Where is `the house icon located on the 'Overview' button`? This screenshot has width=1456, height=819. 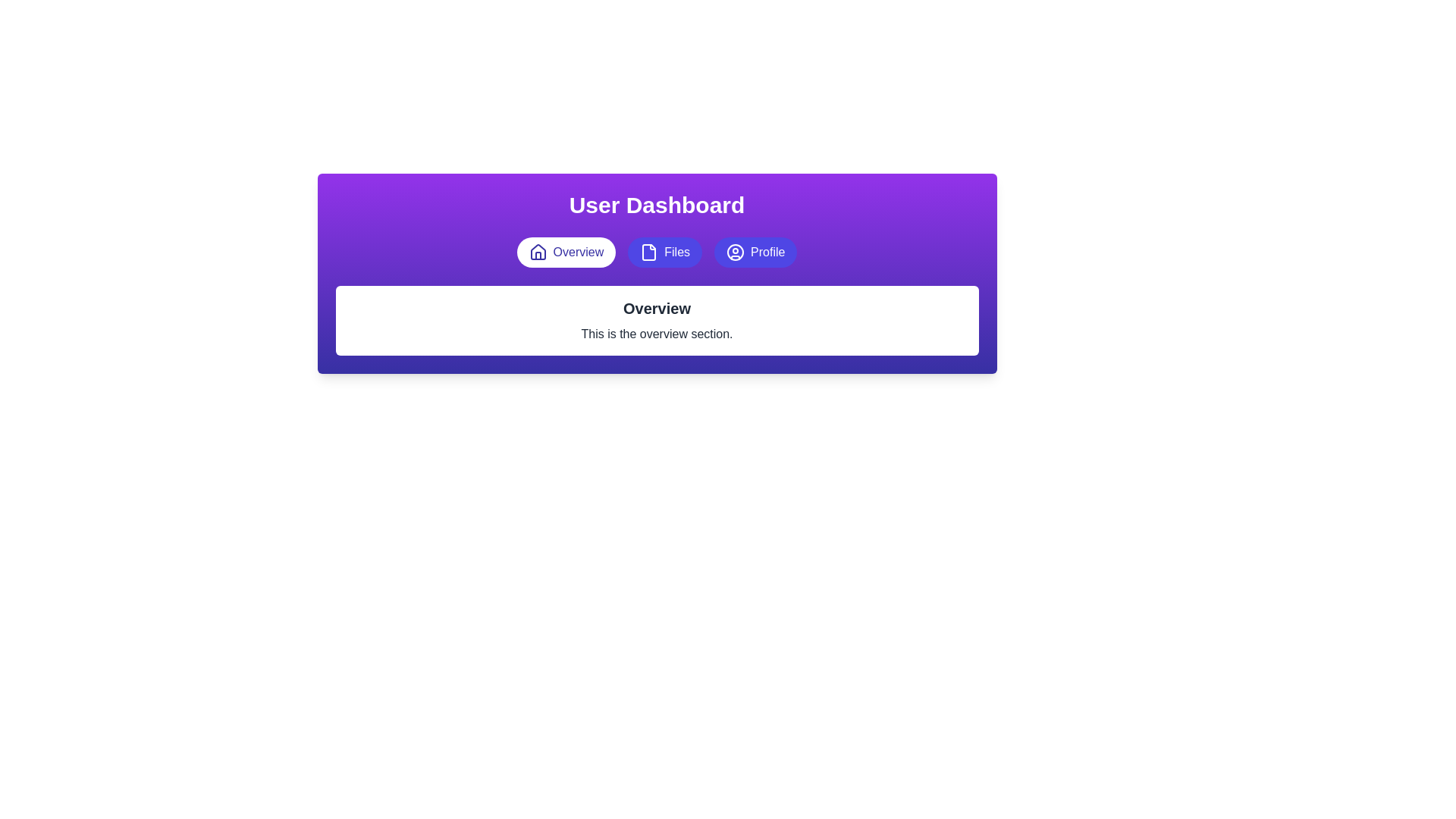
the house icon located on the 'Overview' button is located at coordinates (538, 251).